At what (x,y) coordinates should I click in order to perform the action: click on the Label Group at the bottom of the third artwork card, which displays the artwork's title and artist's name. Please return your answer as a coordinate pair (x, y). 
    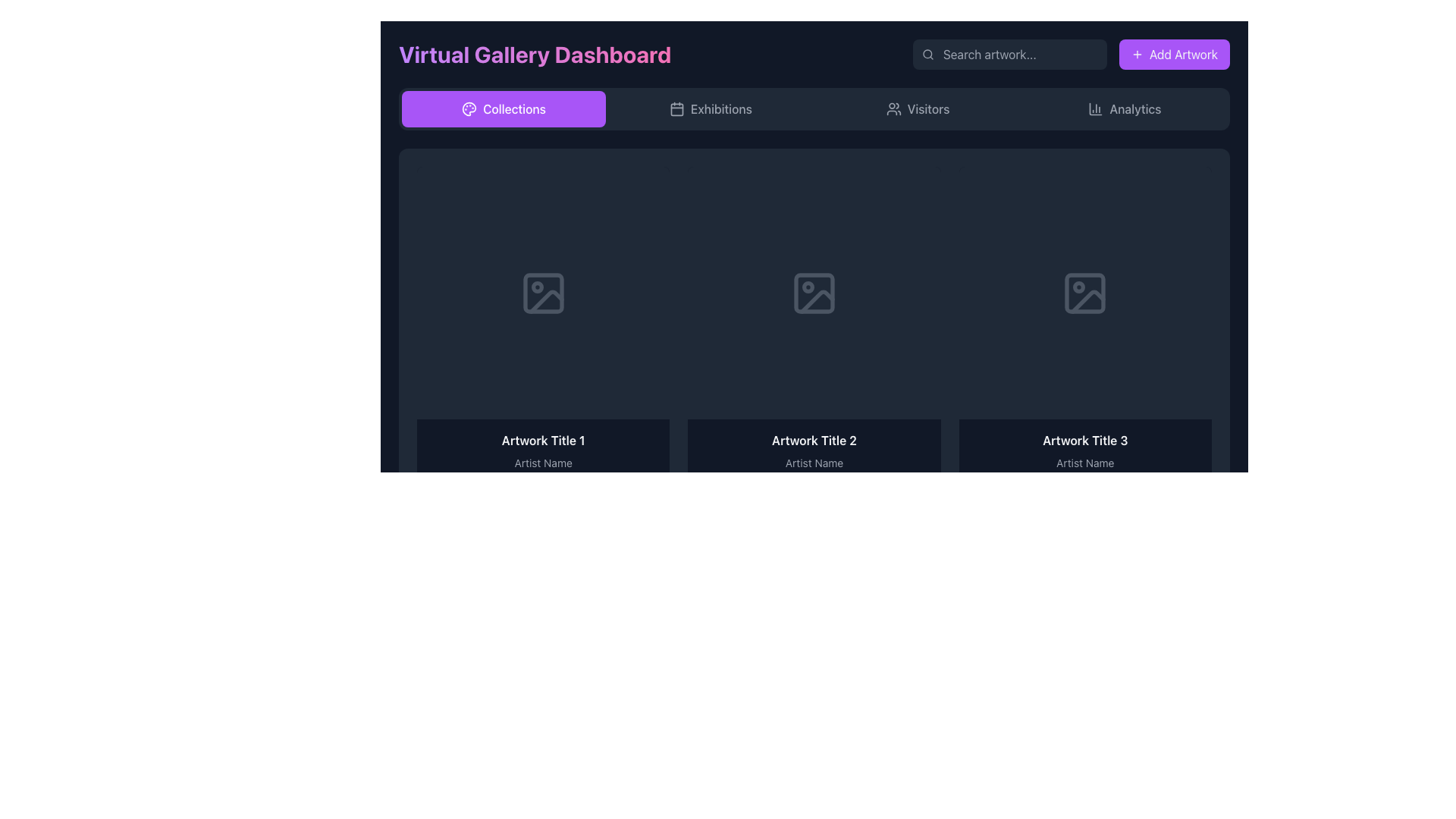
    Looking at the image, I should click on (1084, 461).